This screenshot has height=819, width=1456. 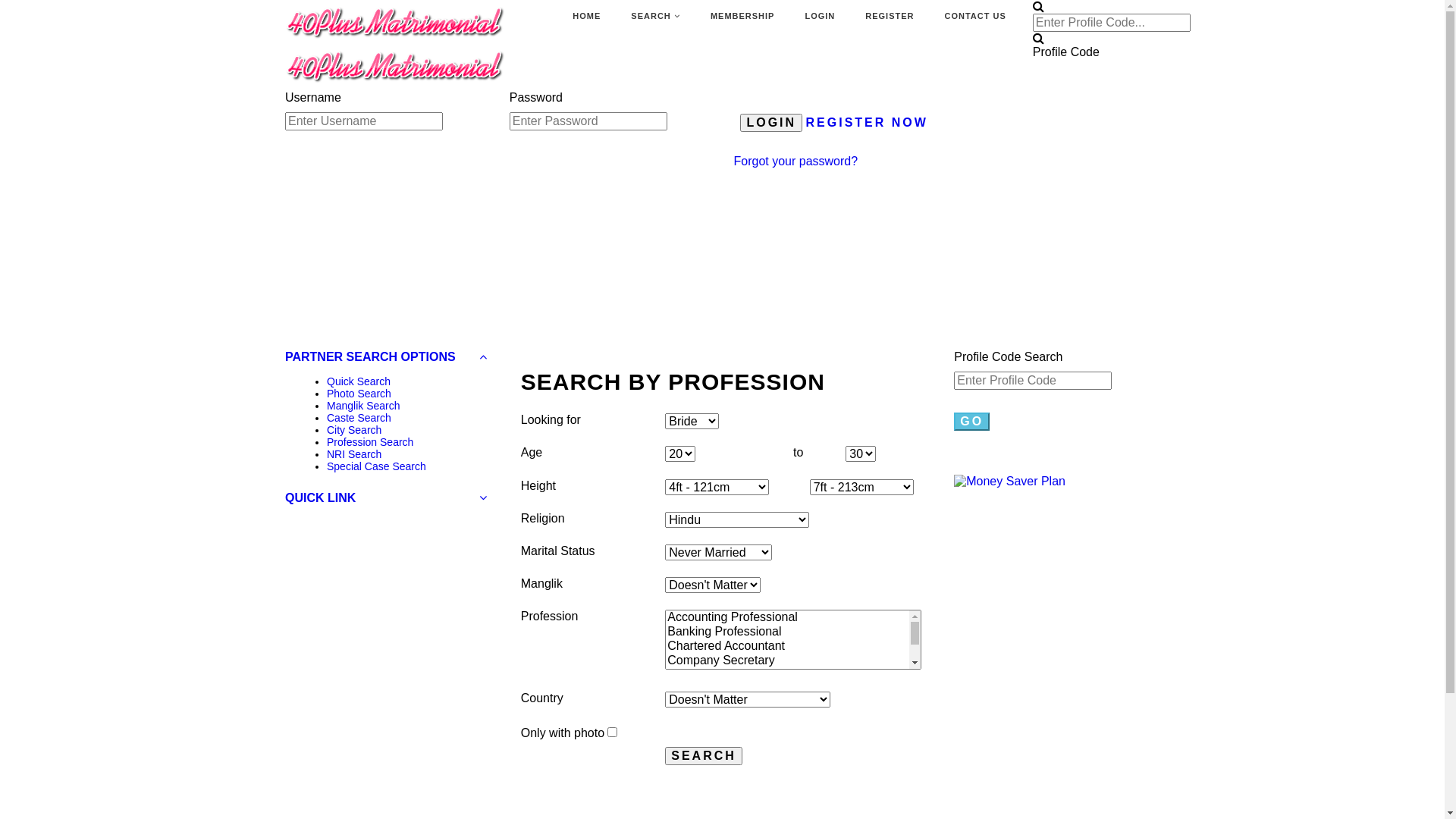 What do you see at coordinates (795, 161) in the screenshot?
I see `'Forgot your password?'` at bounding box center [795, 161].